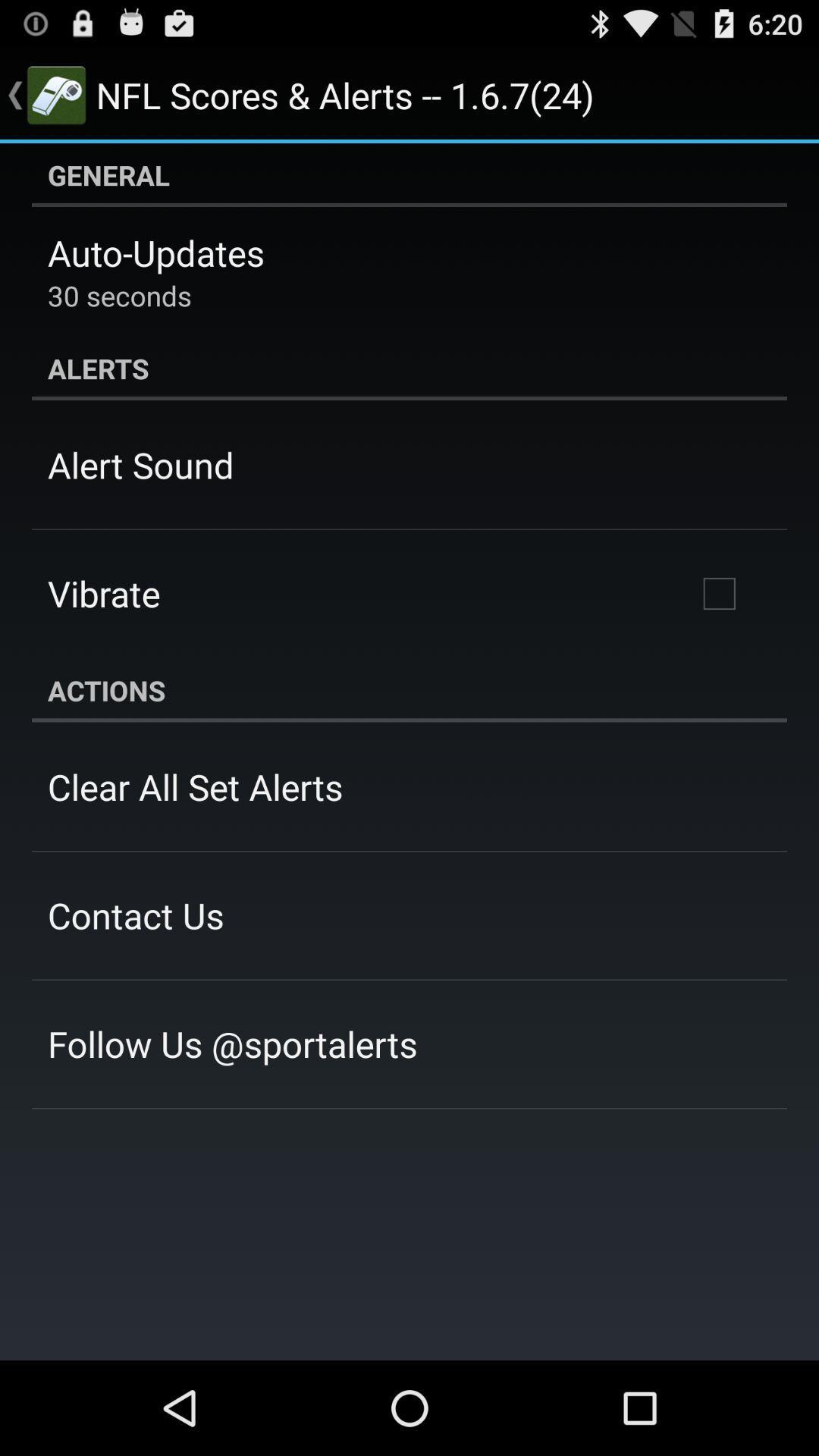 This screenshot has height=1456, width=819. What do you see at coordinates (409, 174) in the screenshot?
I see `the general` at bounding box center [409, 174].